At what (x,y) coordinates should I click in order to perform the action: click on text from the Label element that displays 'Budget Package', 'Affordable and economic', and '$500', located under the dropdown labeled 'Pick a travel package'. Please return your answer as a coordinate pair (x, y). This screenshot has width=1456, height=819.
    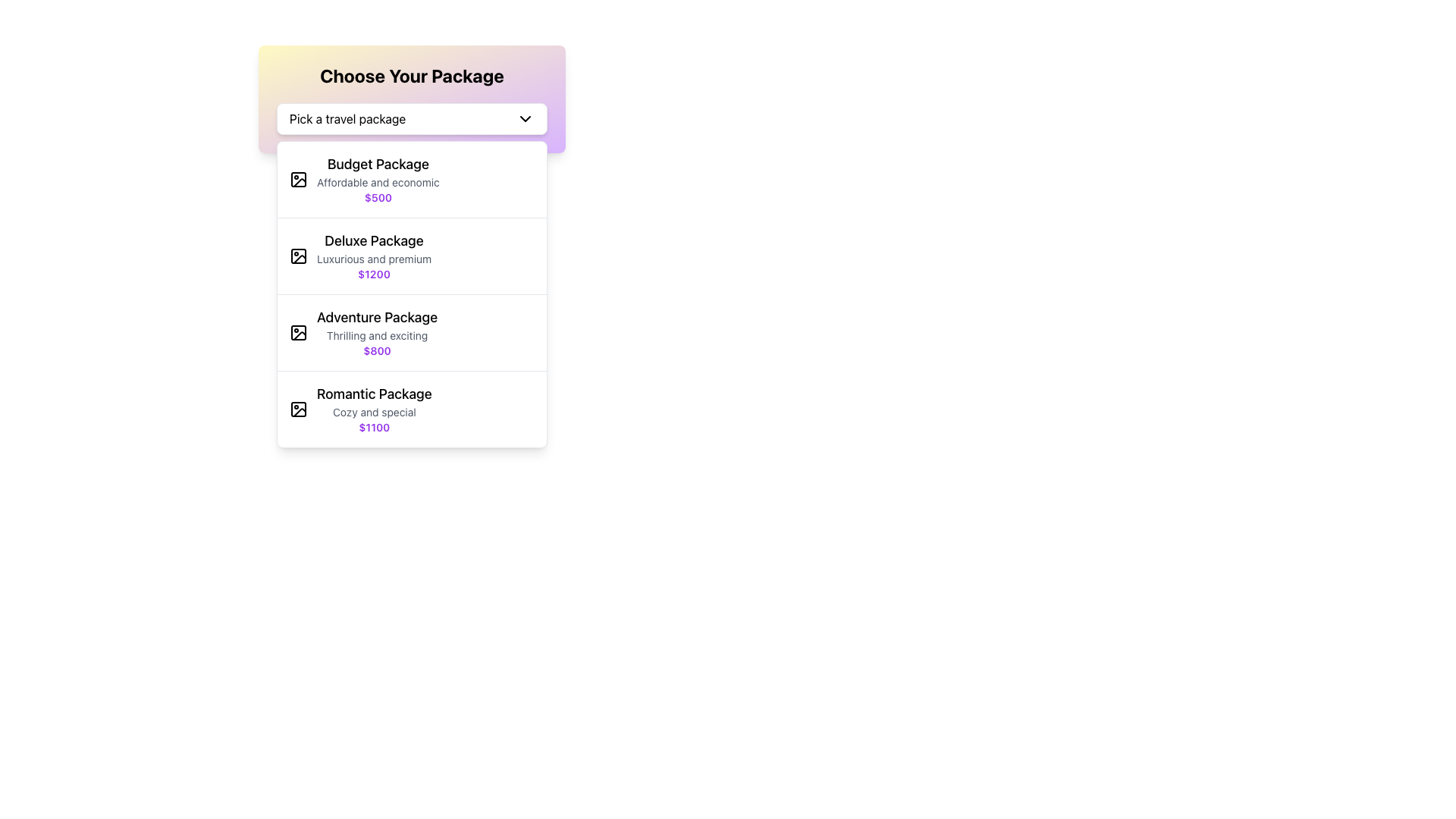
    Looking at the image, I should click on (378, 178).